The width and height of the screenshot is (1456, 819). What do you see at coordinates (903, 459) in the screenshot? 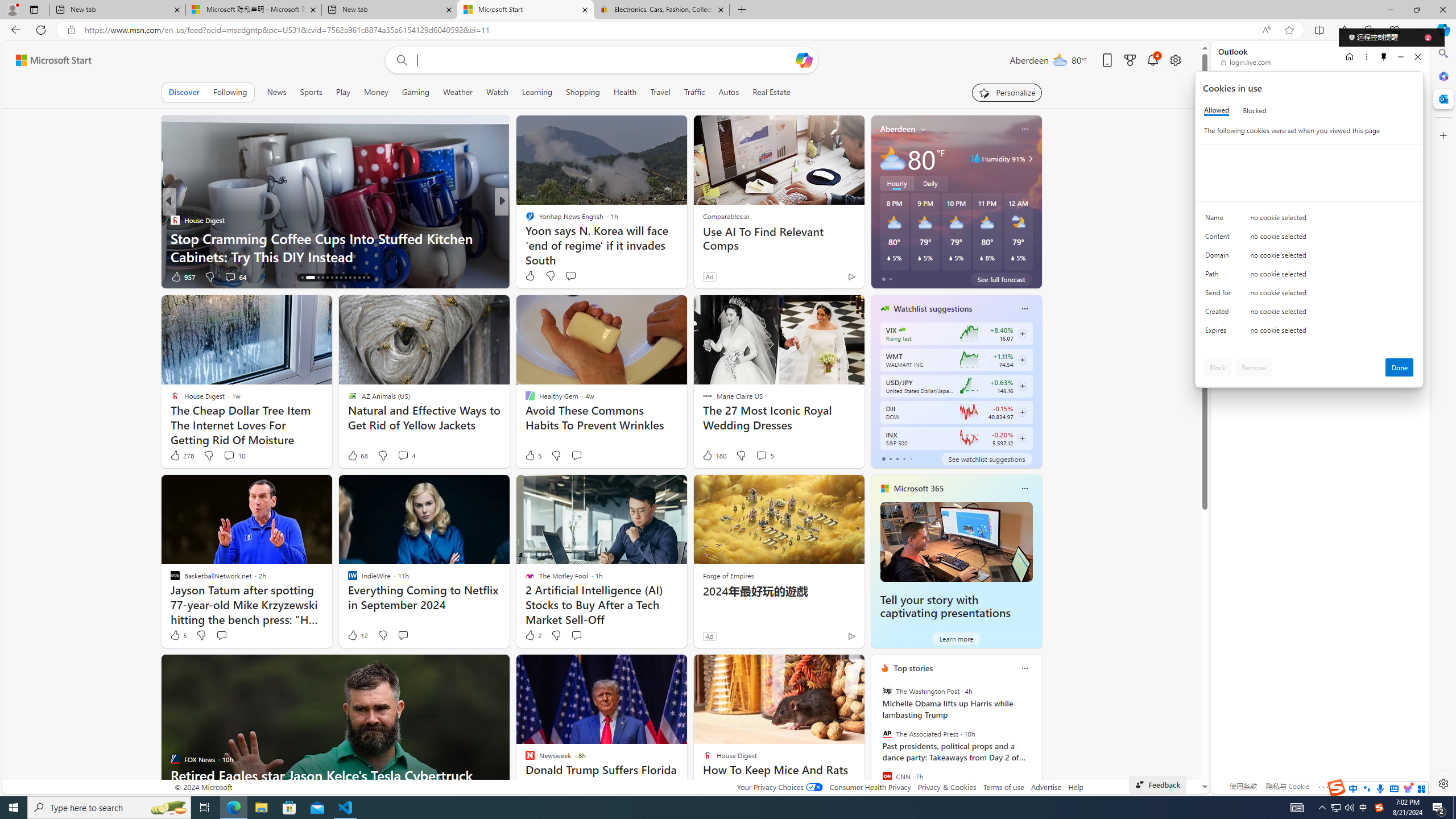
I see `'tab-3'` at bounding box center [903, 459].